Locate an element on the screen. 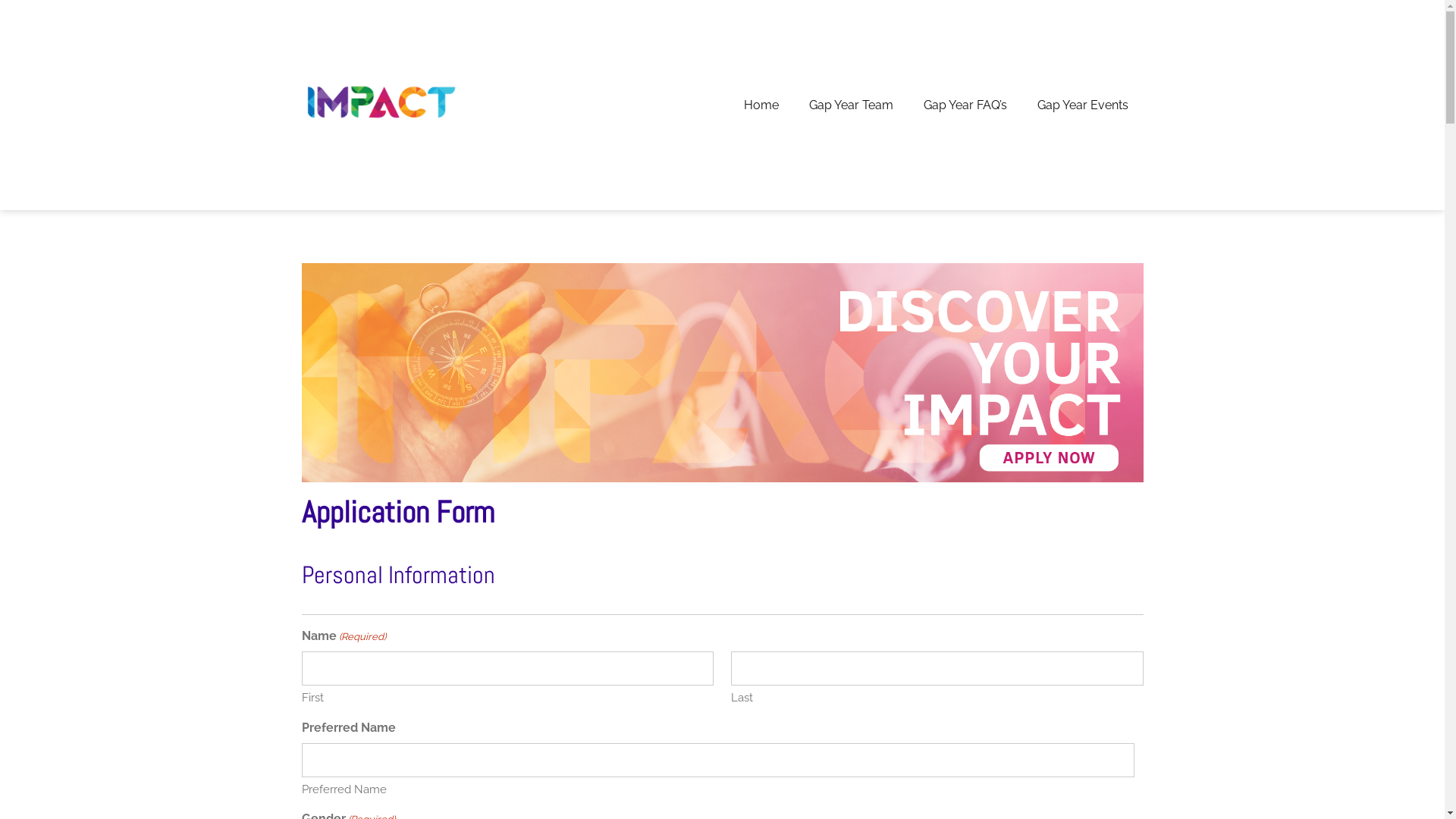  'Home' is located at coordinates (761, 104).